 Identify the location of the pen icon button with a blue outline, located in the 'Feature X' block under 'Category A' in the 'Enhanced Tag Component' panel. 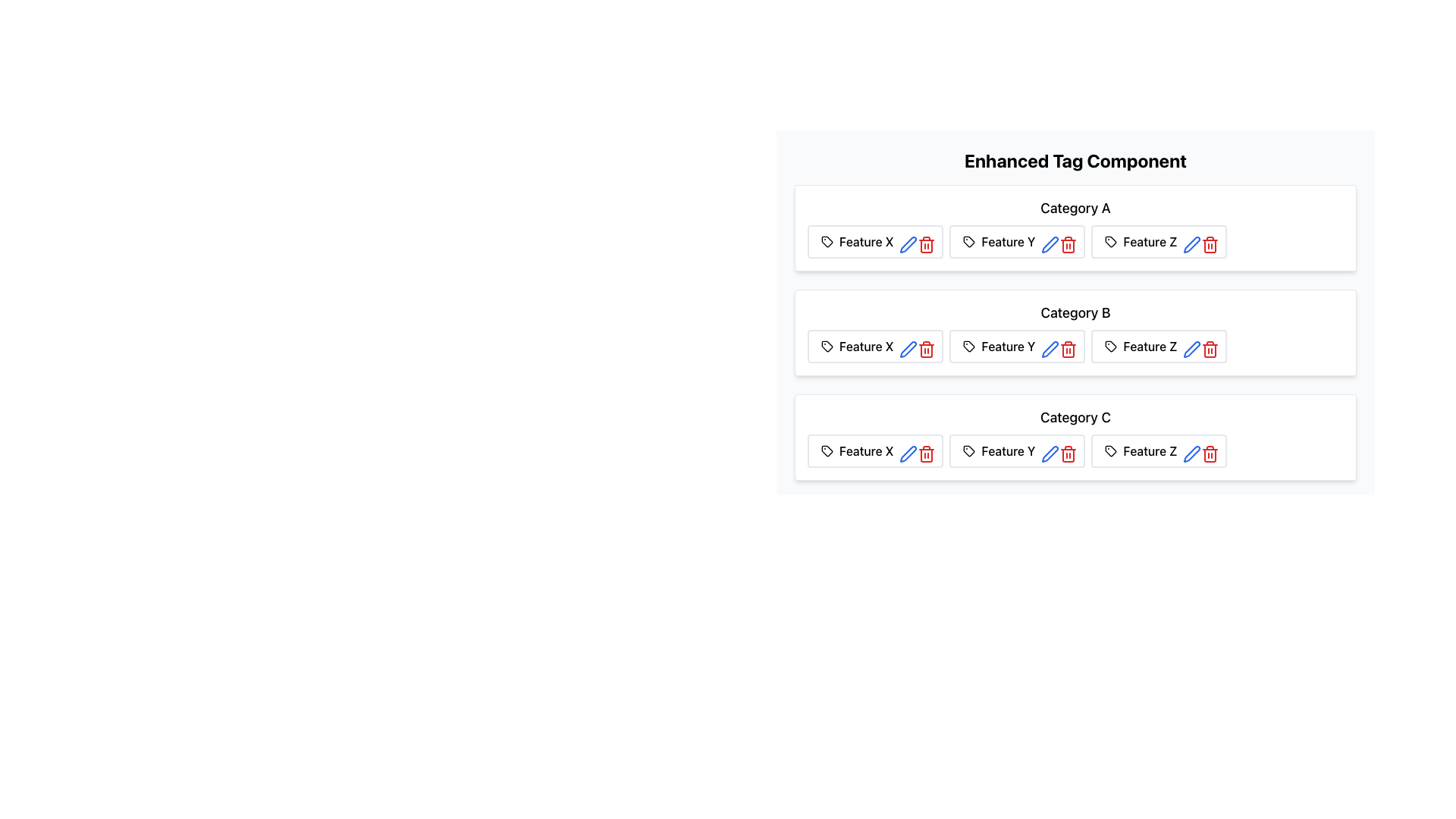
(908, 244).